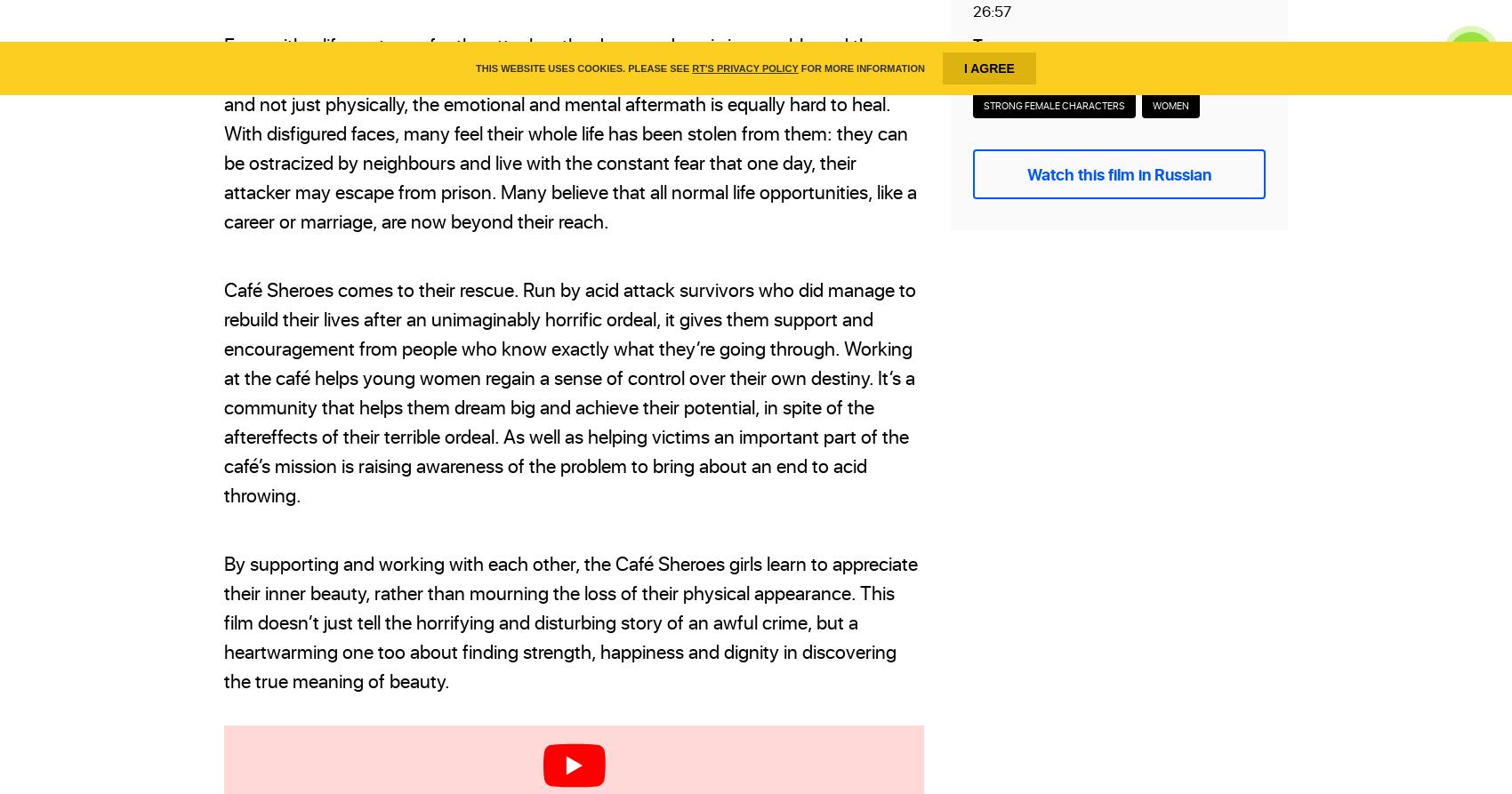  Describe the element at coordinates (990, 43) in the screenshot. I see `'Tags'` at that location.